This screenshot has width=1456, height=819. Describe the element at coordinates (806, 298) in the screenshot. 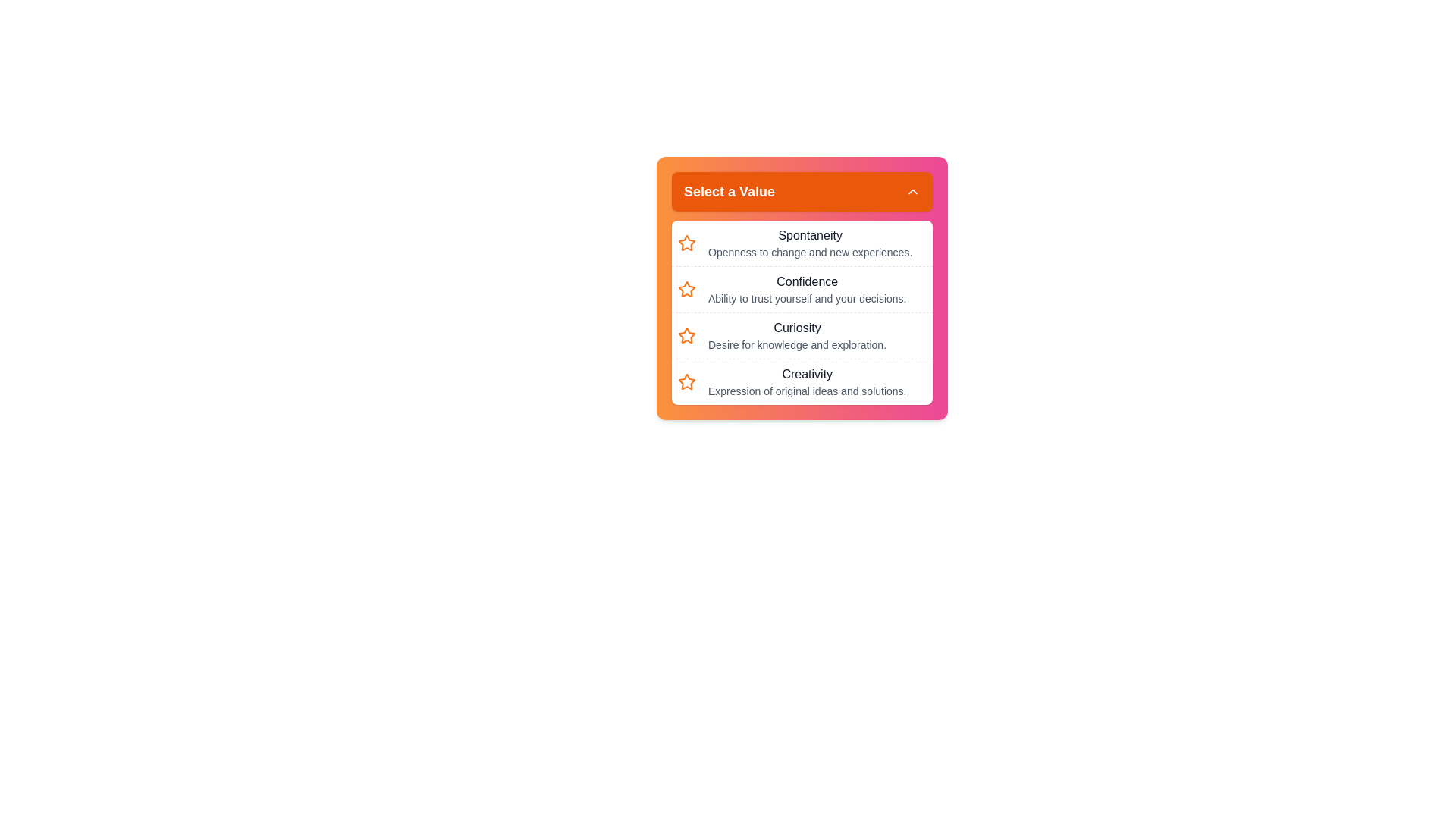

I see `the explanatory text in smaller gray font located below the 'Confidence' heading in the dropdown list` at that location.